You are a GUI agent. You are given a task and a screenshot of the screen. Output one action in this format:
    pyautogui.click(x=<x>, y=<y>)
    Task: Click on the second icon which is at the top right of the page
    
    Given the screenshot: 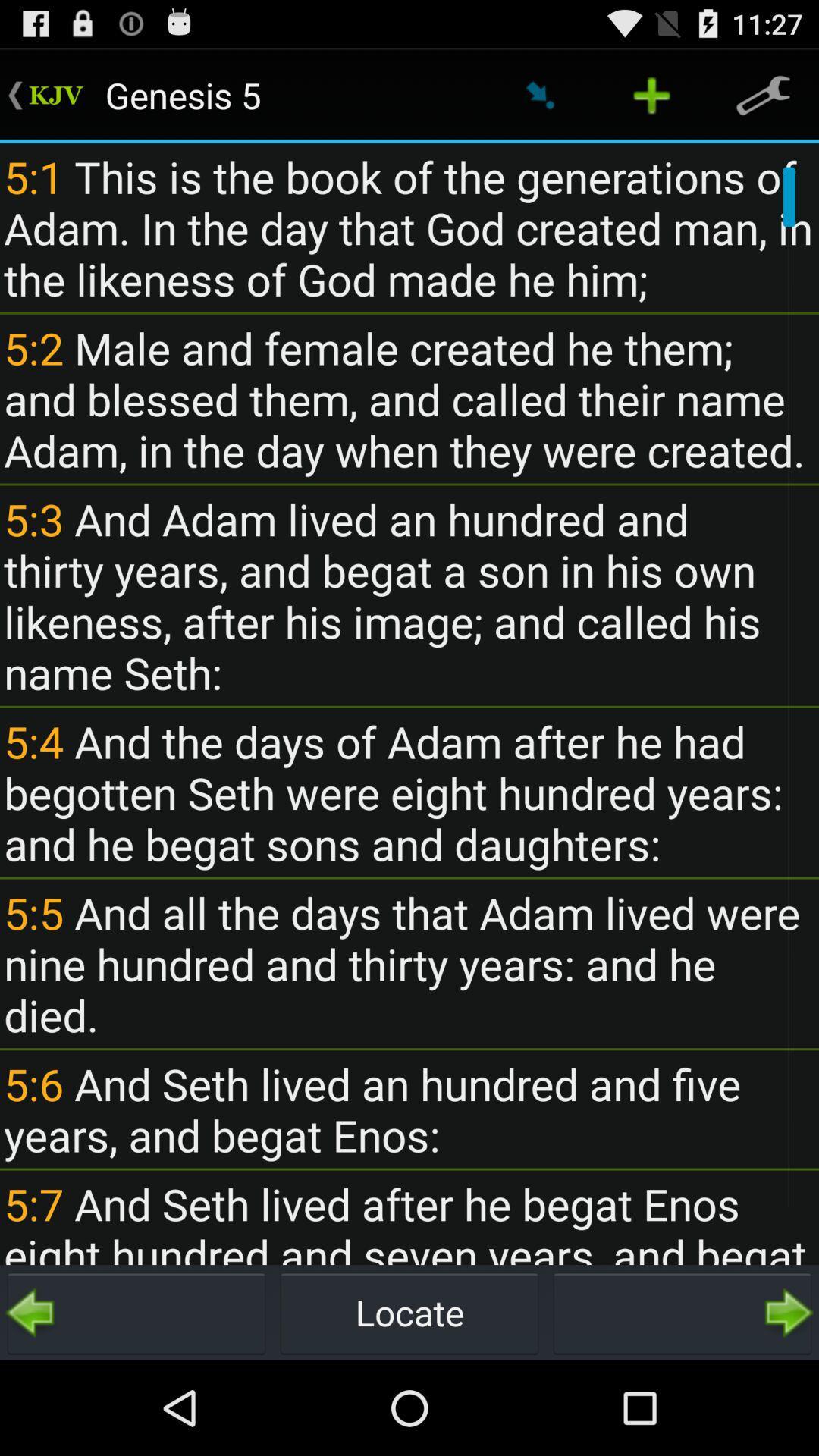 What is the action you would take?
    pyautogui.click(x=651, y=94)
    